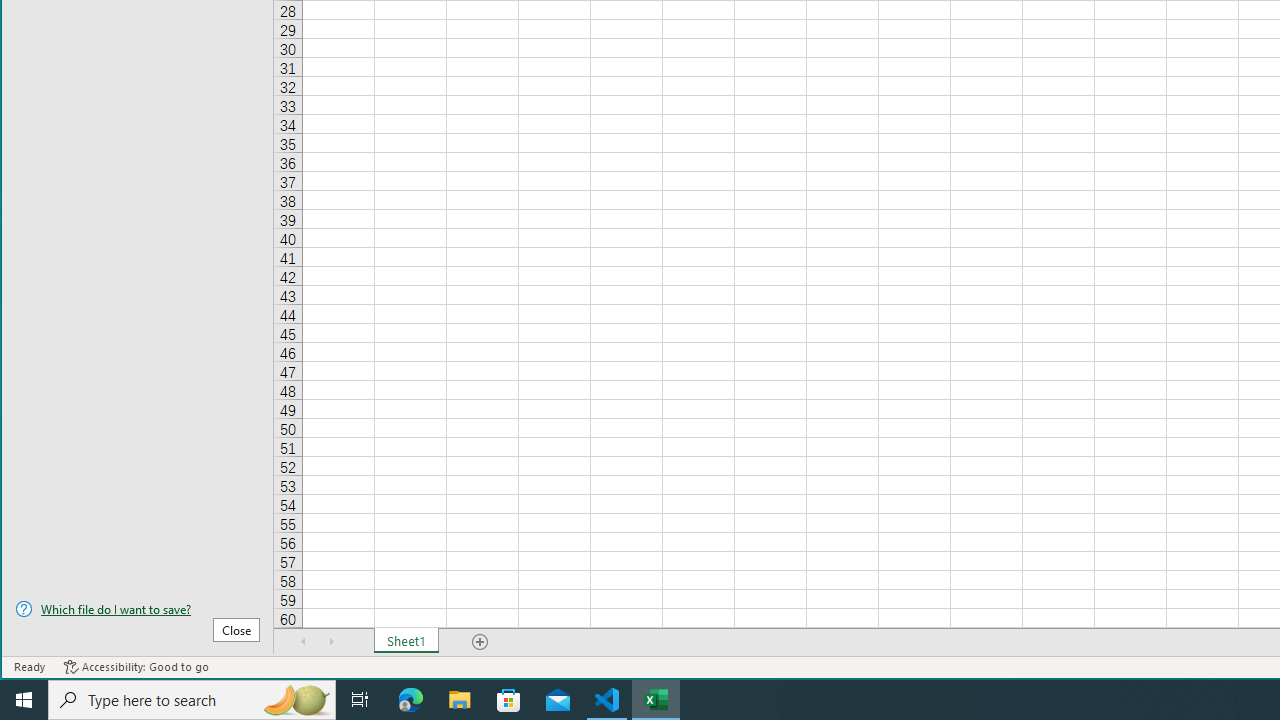 Image resolution: width=1280 pixels, height=720 pixels. What do you see at coordinates (359, 698) in the screenshot?
I see `'Task View'` at bounding box center [359, 698].